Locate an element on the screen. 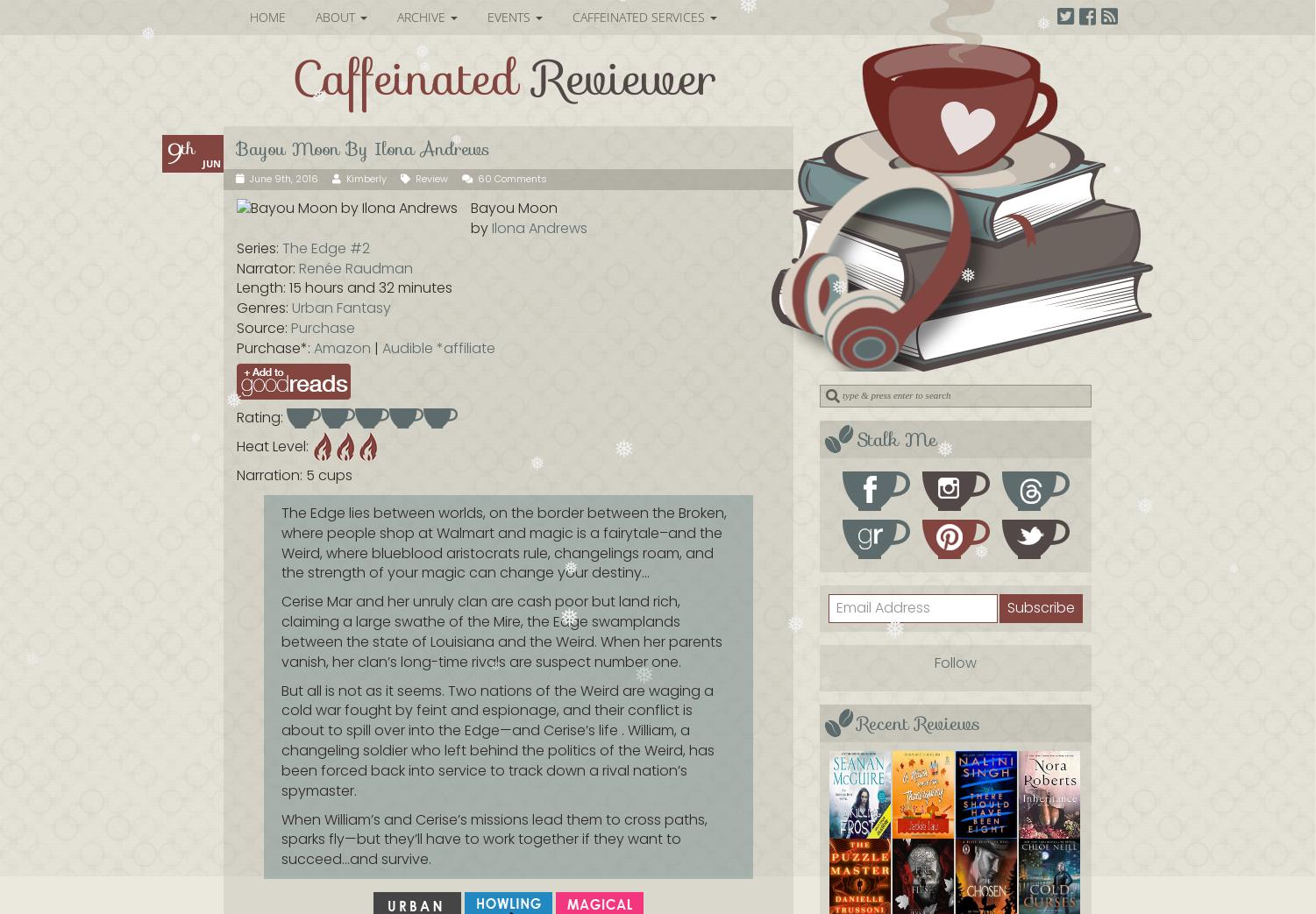 Image resolution: width=1316 pixels, height=914 pixels. 'But all is not as it seems. Two nations of the Weird are waging a cold war fought by feint and espionage, and their conflict is about to spill over into the Edge—and Cerise’s life . William, a changeling soldier who left behind the politics of the Weird, has been forced back into service to track down a rival nation’s spymaster.' is located at coordinates (497, 740).